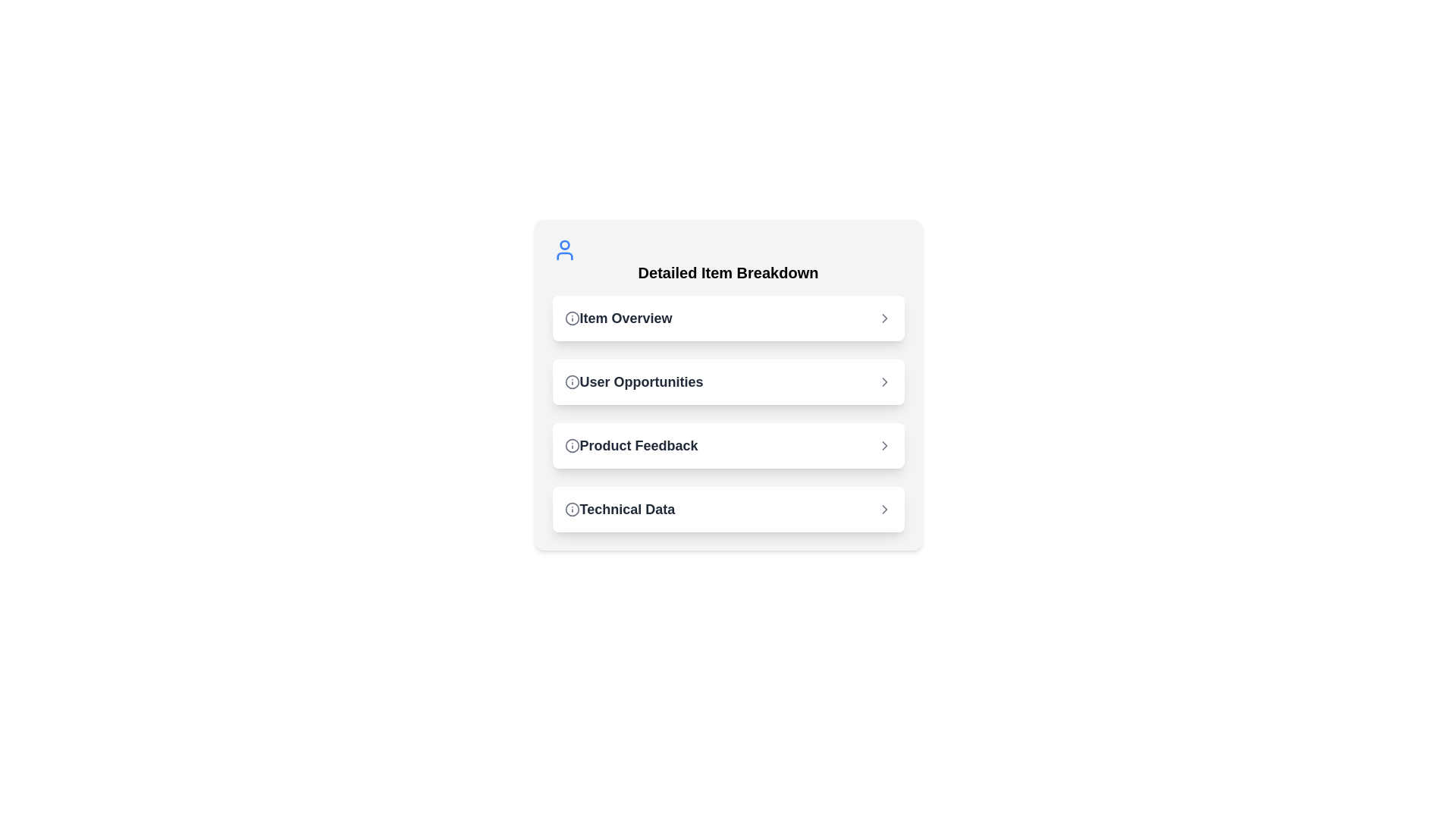 The width and height of the screenshot is (1456, 819). What do you see at coordinates (571, 444) in the screenshot?
I see `the informational icon located to the left of the 'Product Feedback' text in the 'Detailed Item Breakdown' section` at bounding box center [571, 444].